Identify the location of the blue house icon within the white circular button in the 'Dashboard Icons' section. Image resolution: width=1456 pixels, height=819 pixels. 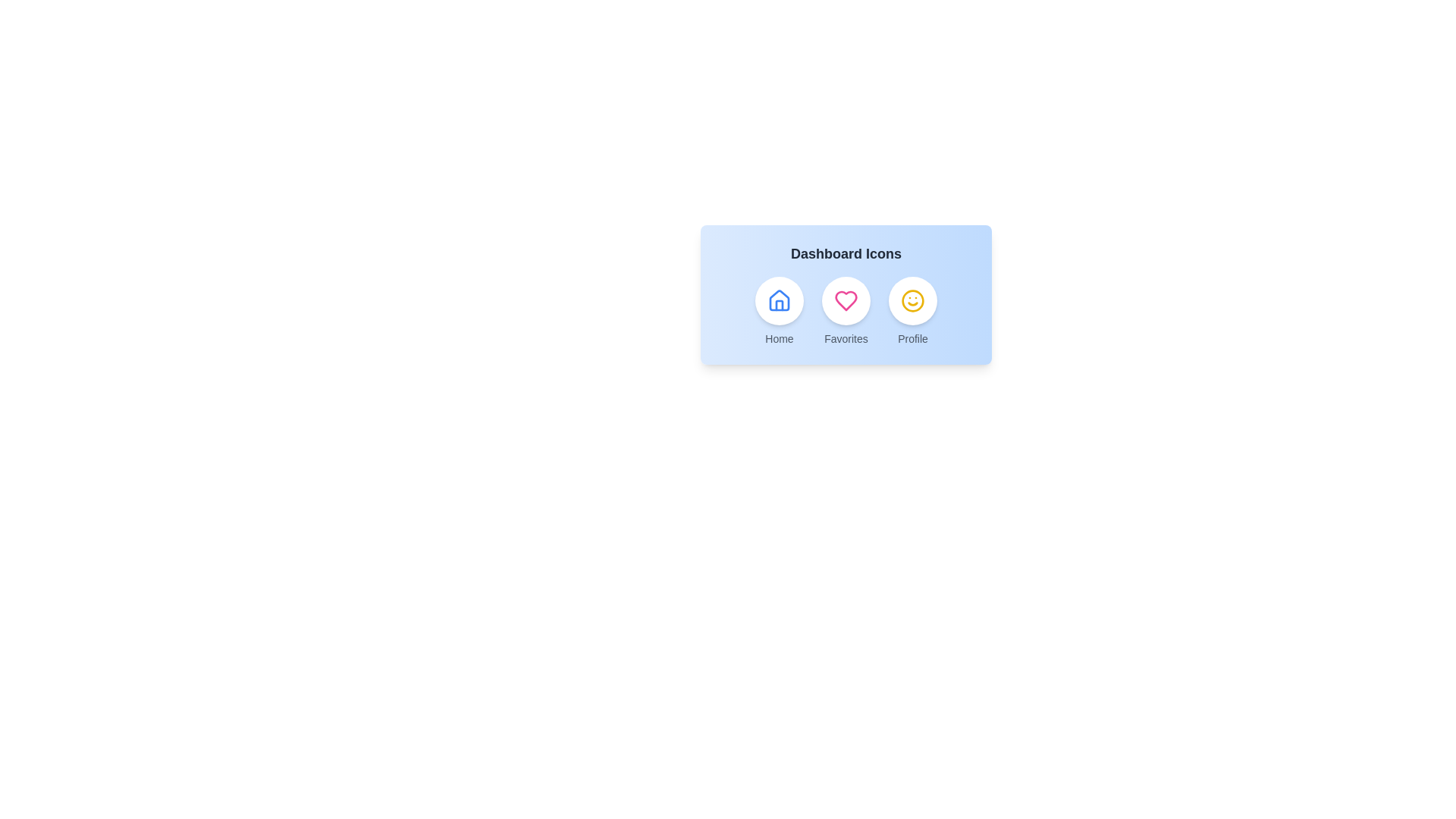
(779, 301).